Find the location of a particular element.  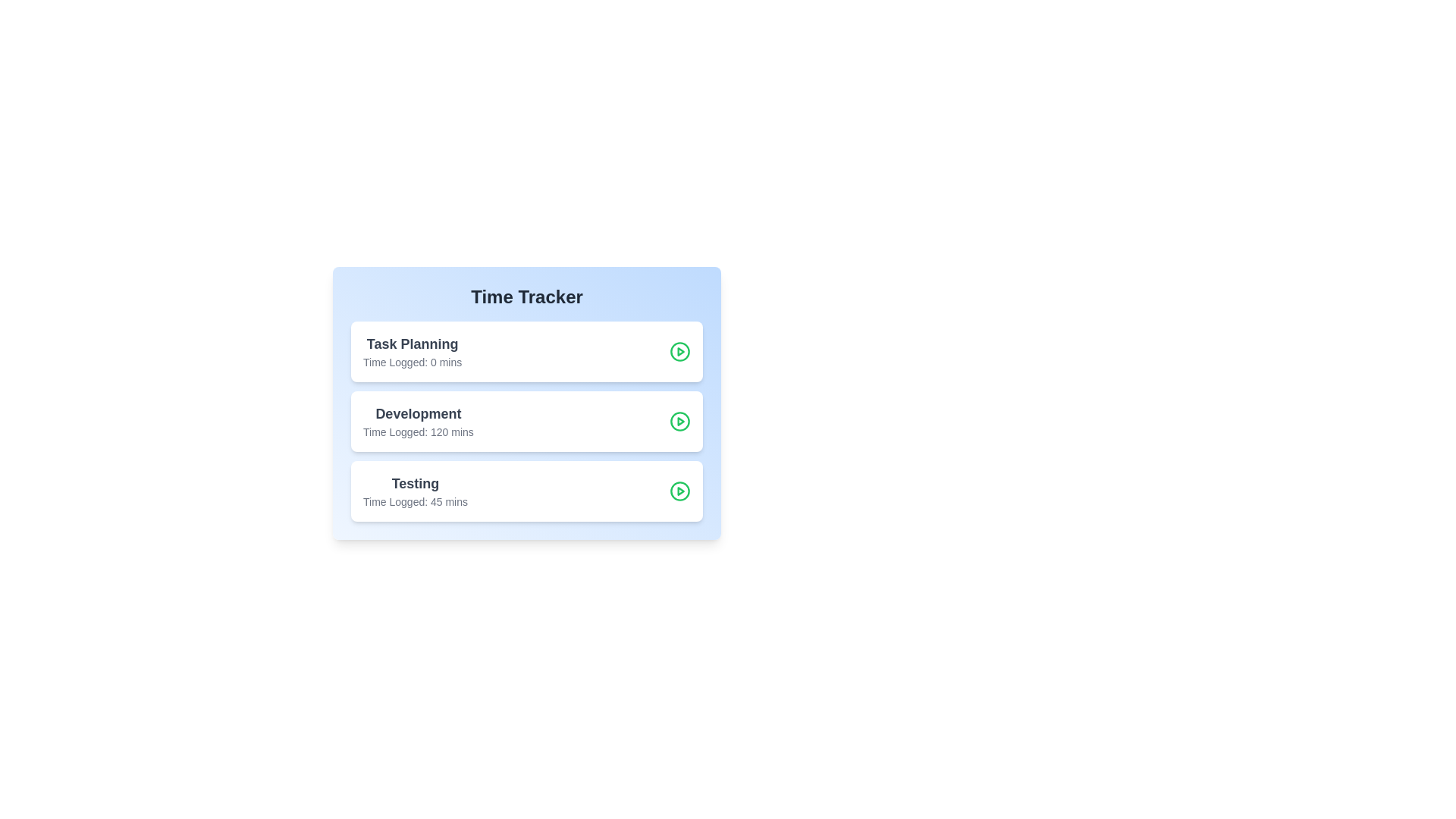

the task titled Testing to observe any hover-based UI changes is located at coordinates (415, 491).